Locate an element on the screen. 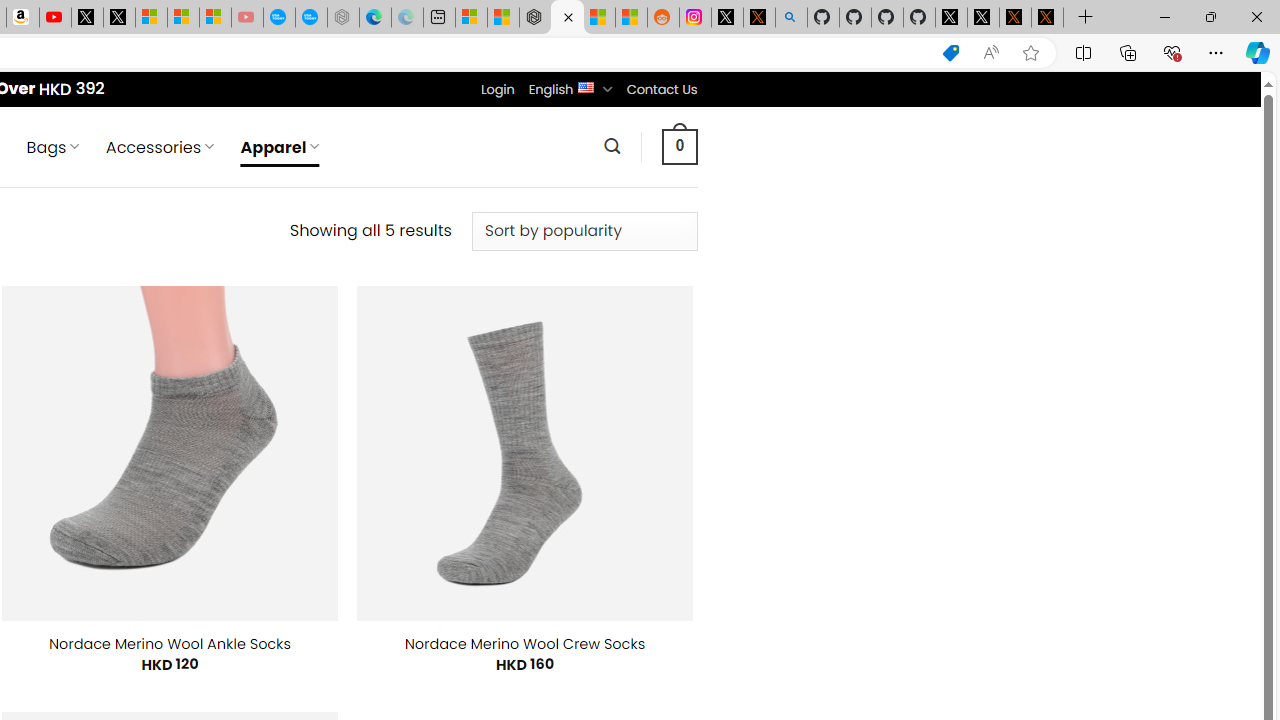  'Nordace - Nordace has arrived Hong Kong - Sleeping' is located at coordinates (343, 17).